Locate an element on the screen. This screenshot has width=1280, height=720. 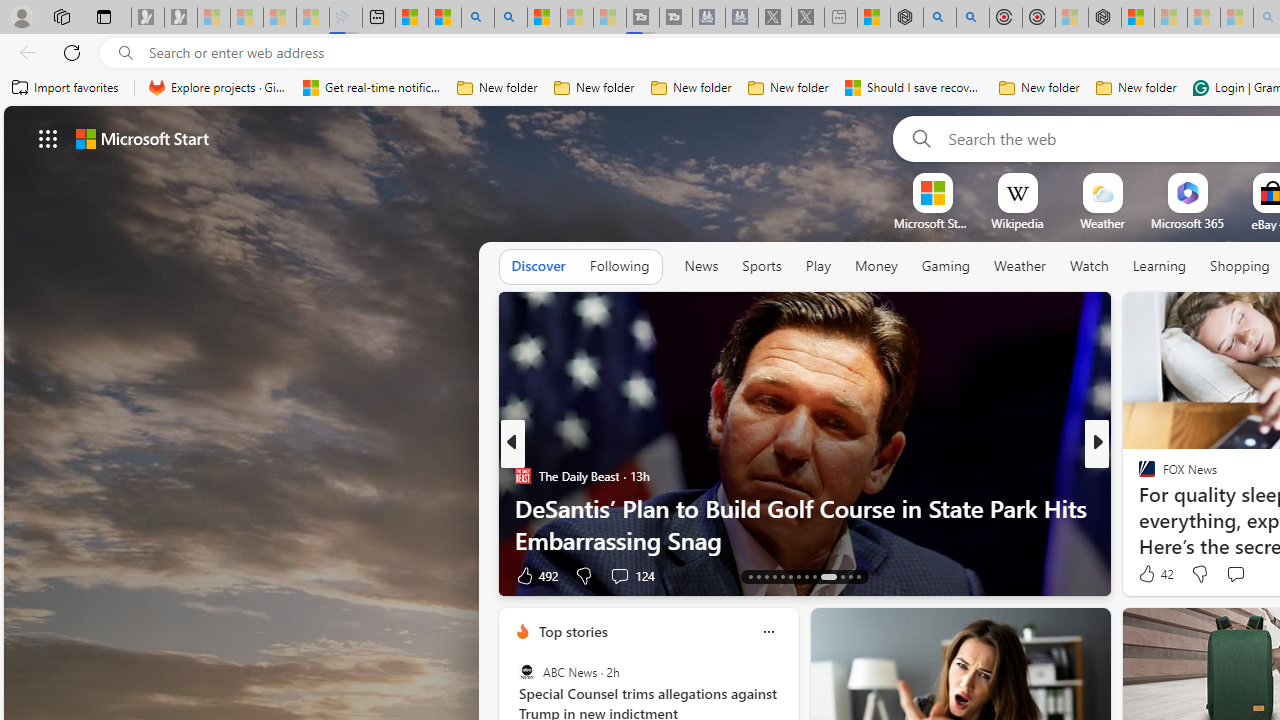
'Weather' is located at coordinates (1020, 266).